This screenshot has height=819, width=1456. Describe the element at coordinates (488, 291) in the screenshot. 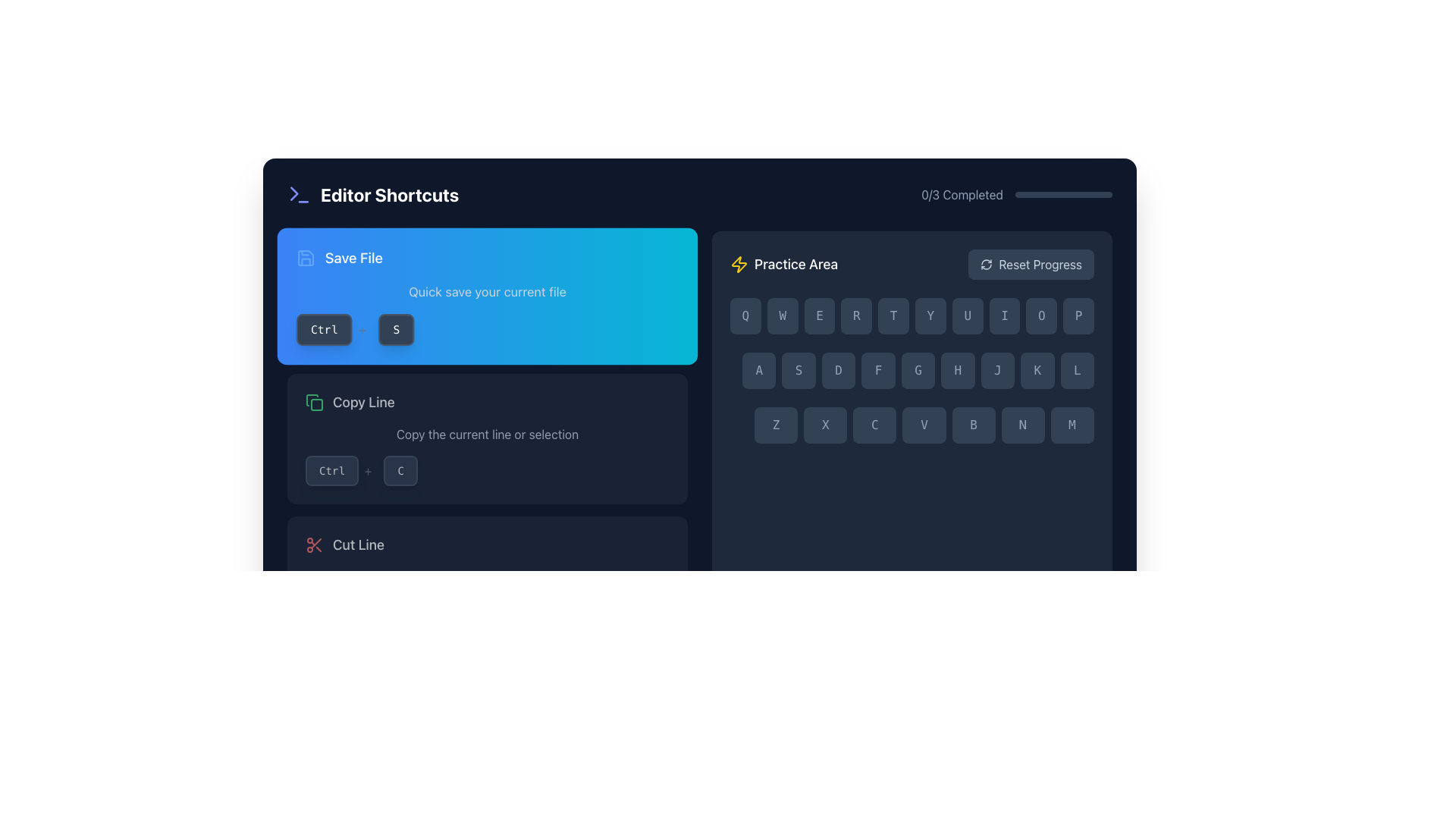

I see `the static text label that provides instructions about saving the current file, located in the blue gradient section labeled 'Save File'` at that location.